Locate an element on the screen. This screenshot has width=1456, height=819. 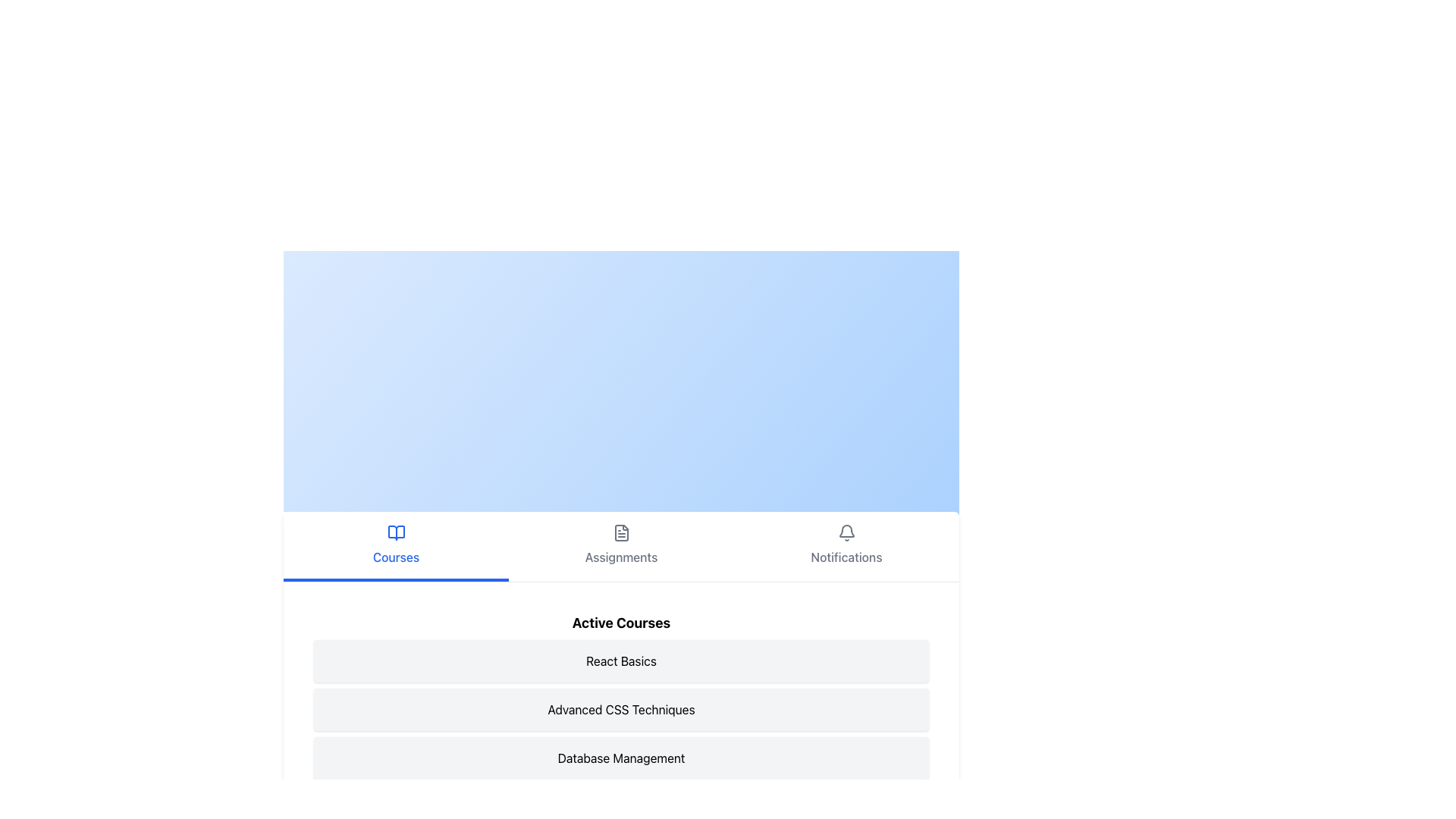
the 'Courses' navigation button located at the bottom of the page's top section is located at coordinates (396, 546).